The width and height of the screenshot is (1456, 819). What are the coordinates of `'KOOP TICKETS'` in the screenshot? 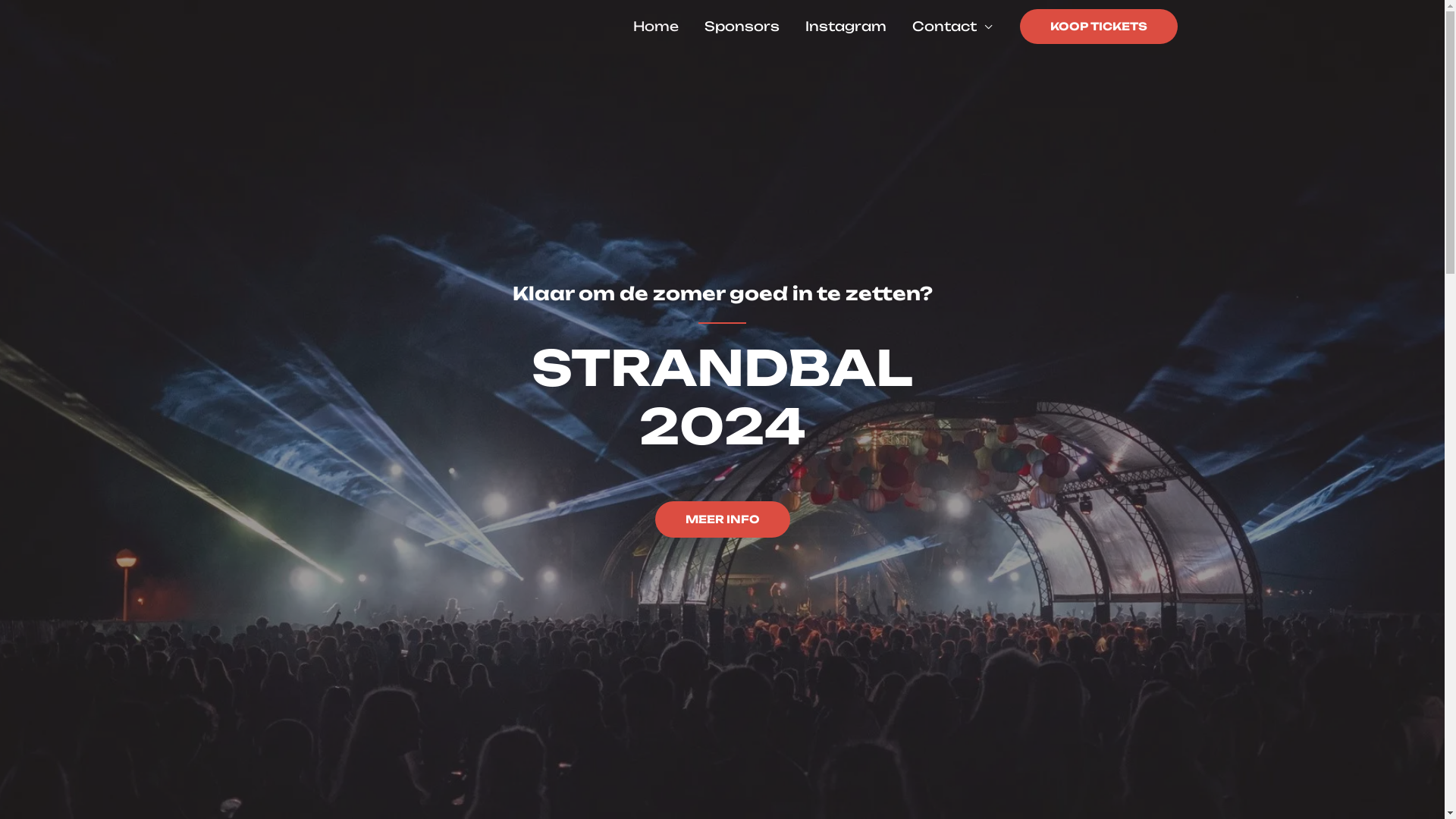 It's located at (1098, 26).